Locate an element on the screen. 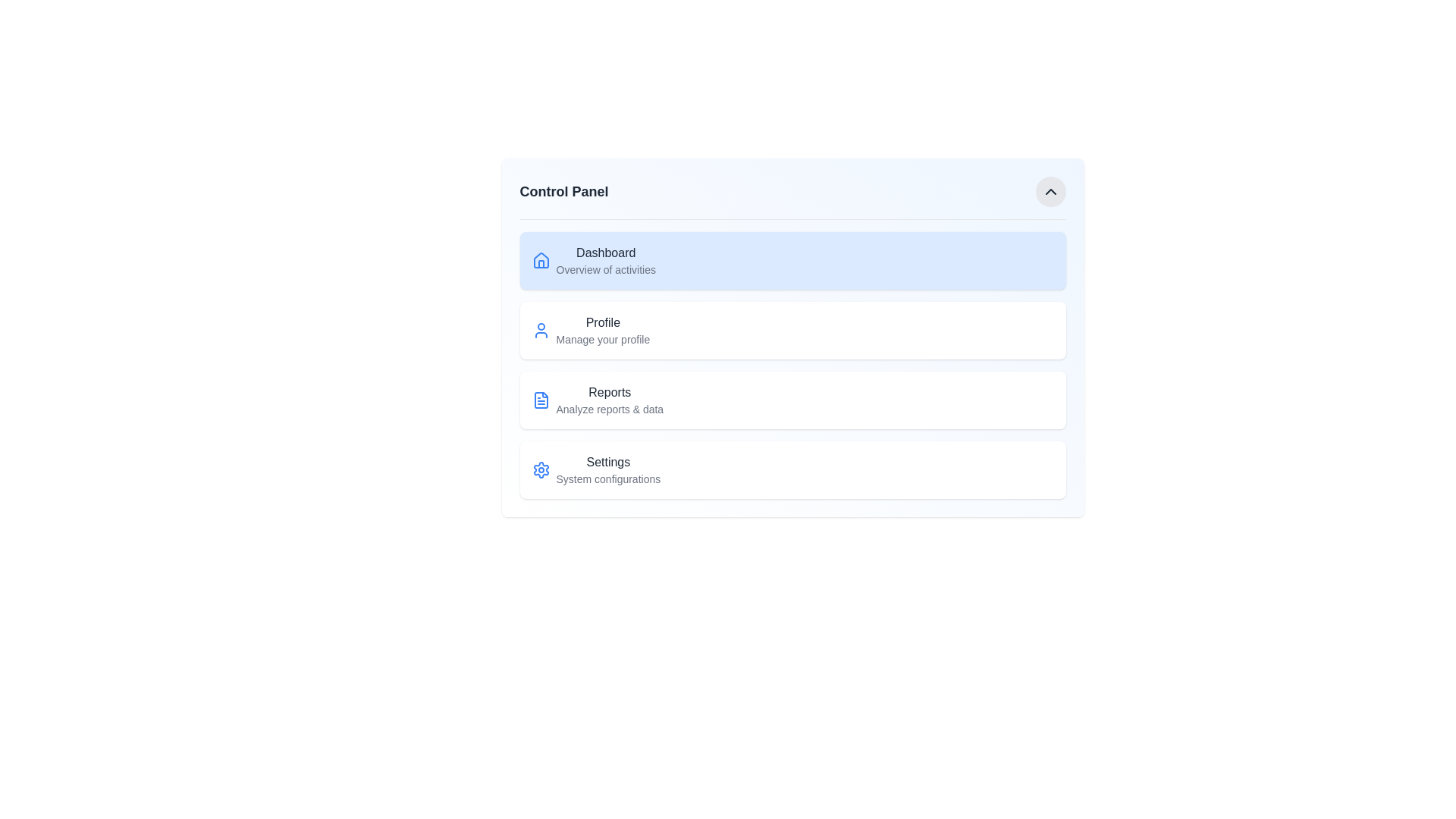  the 'Settings' button located at the bottom of the control panel interface, which features a red-bordered gear icon and the text 'Settings' is located at coordinates (541, 469).